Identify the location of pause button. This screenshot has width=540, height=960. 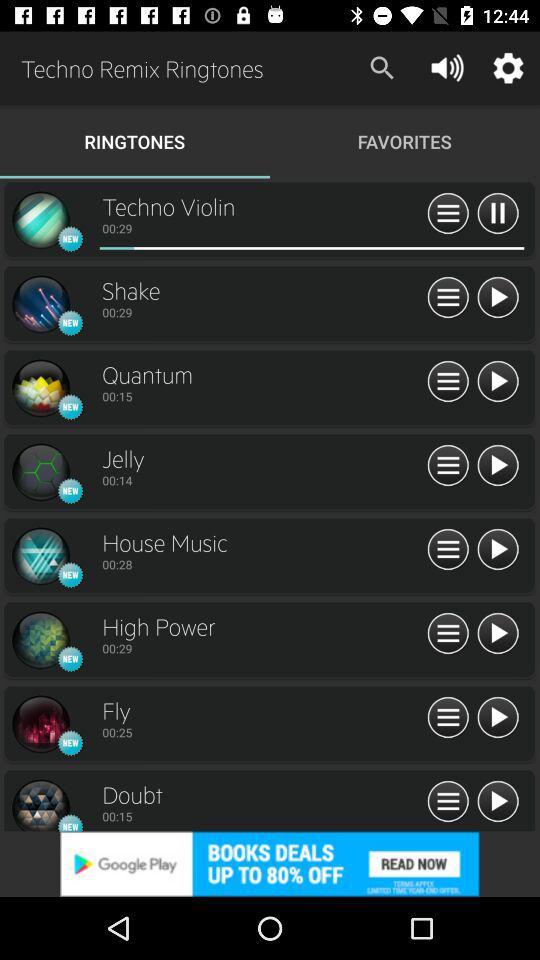
(496, 214).